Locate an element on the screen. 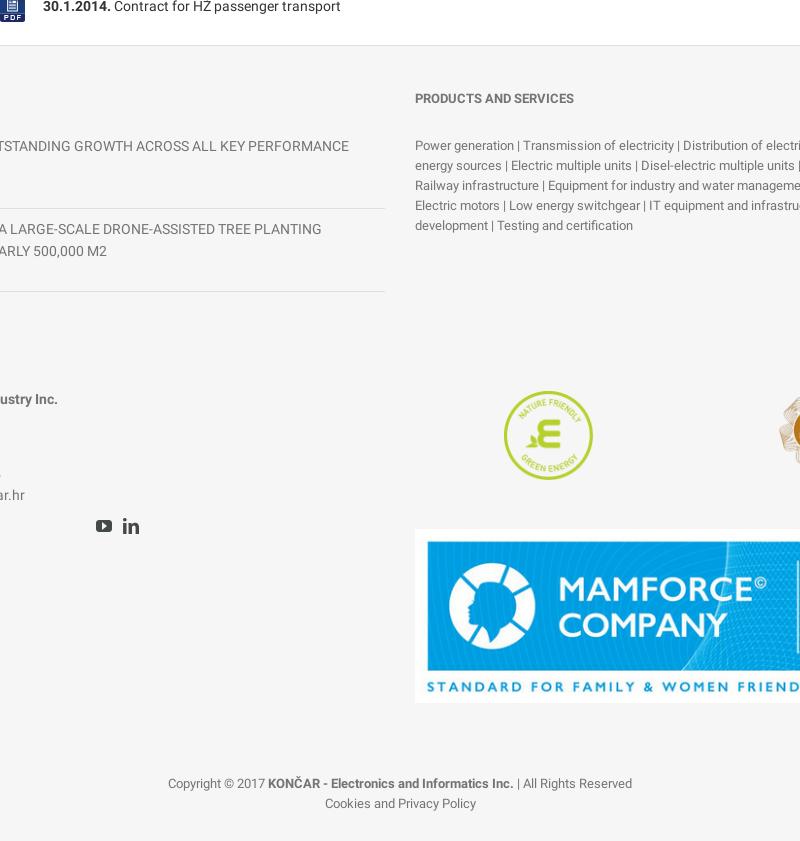  'Electric  multiple units' is located at coordinates (570, 164).